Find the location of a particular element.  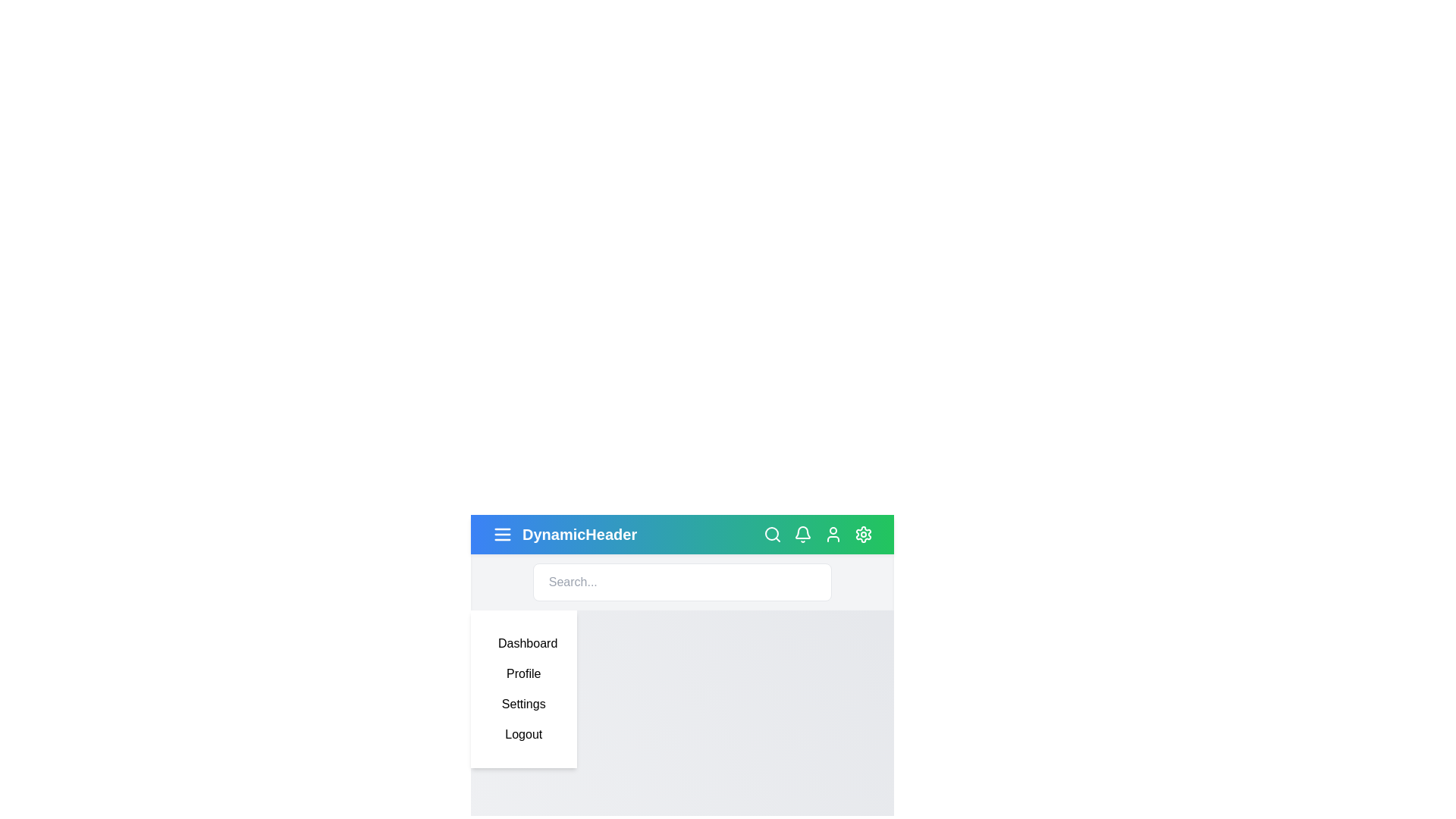

the search icon to toggle the search bar visibility is located at coordinates (772, 534).